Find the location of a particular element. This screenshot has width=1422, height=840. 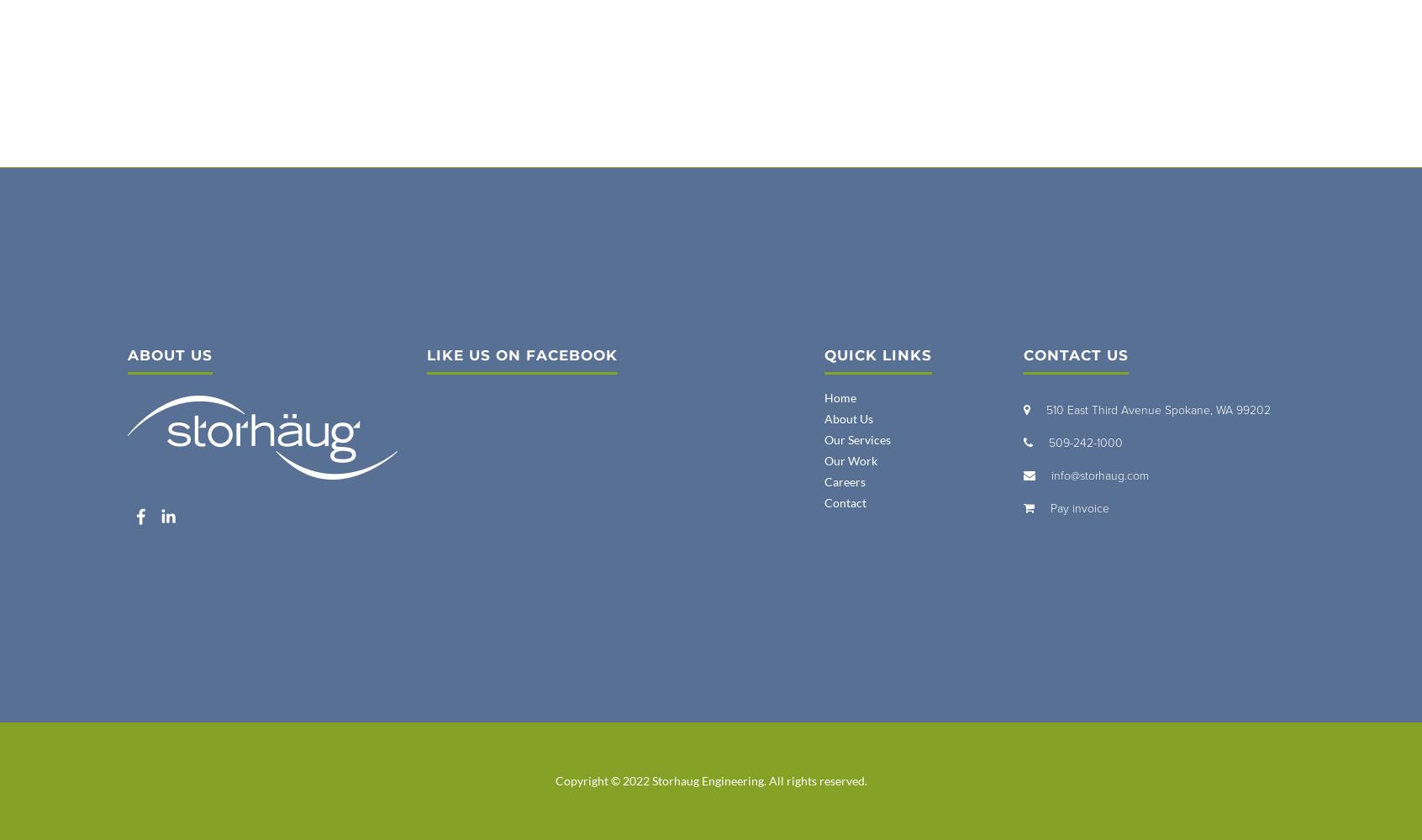

'ABOUT US' is located at coordinates (126, 355).